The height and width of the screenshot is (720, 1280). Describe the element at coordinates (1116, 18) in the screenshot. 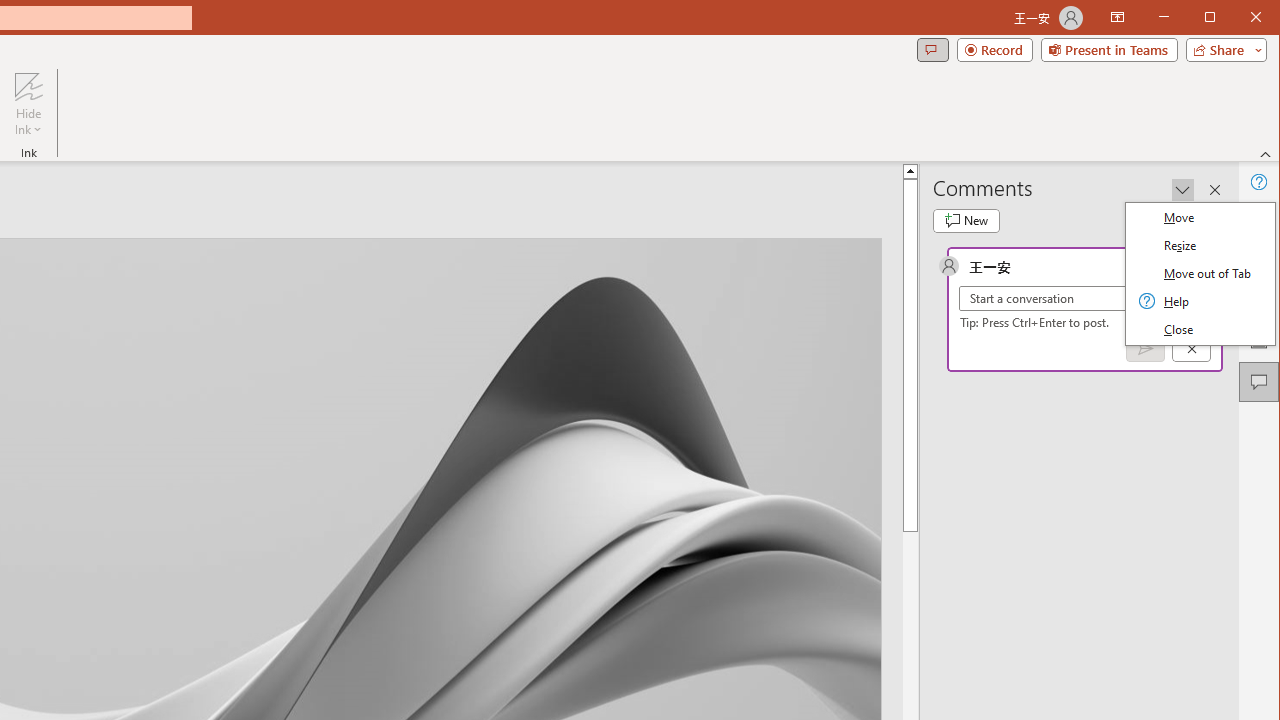

I see `'Ribbon Display Options'` at that location.